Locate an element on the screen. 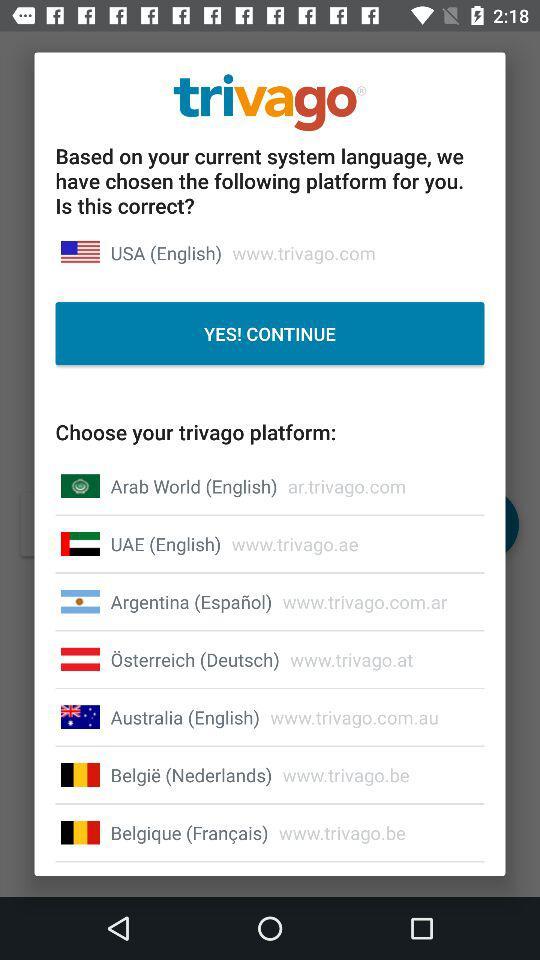  icon next to the ar.trivago.com icon is located at coordinates (194, 485).